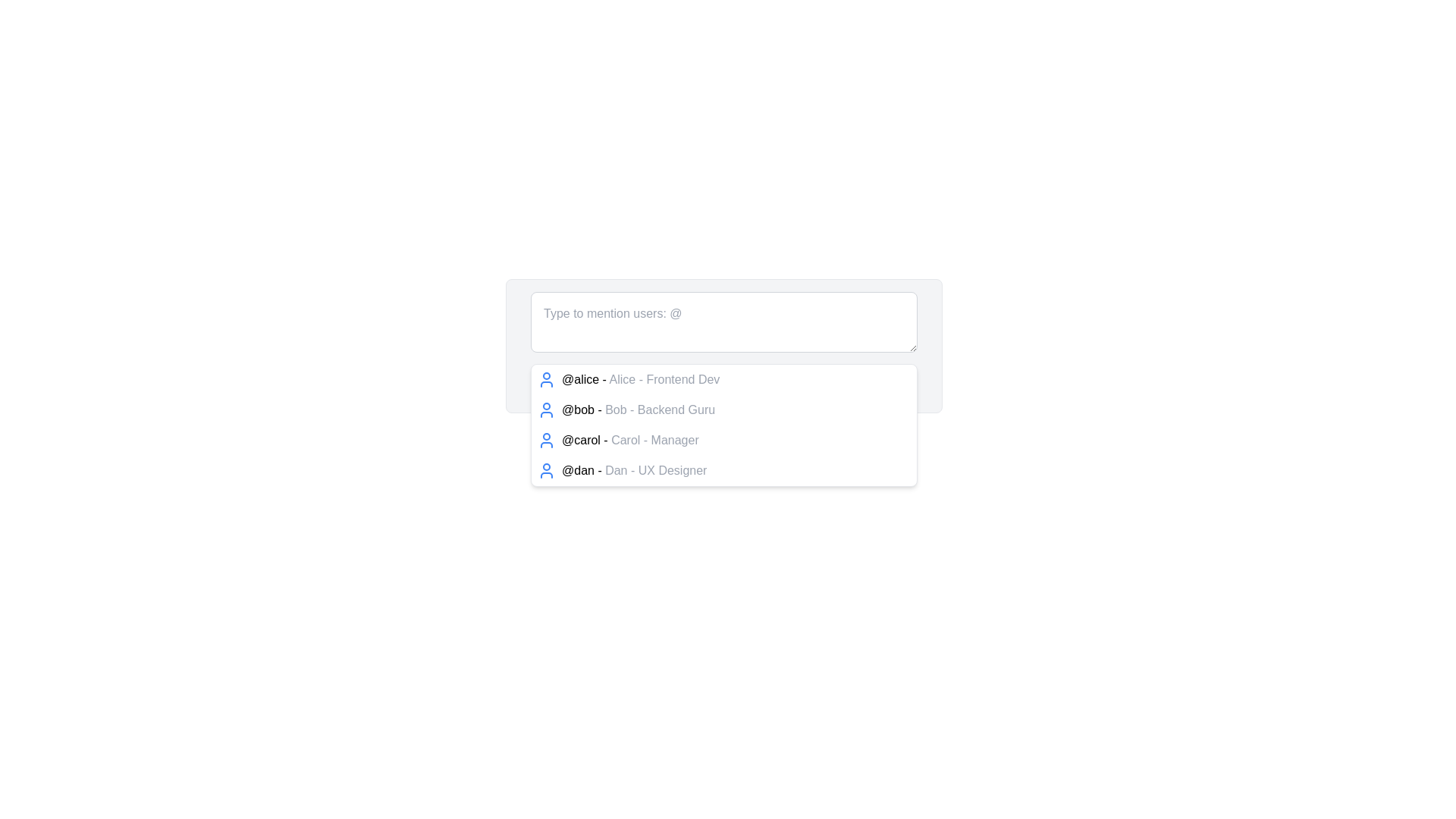 The image size is (1456, 819). I want to click on the interactive list item '@dan - Dan - UX Designer', so click(634, 470).